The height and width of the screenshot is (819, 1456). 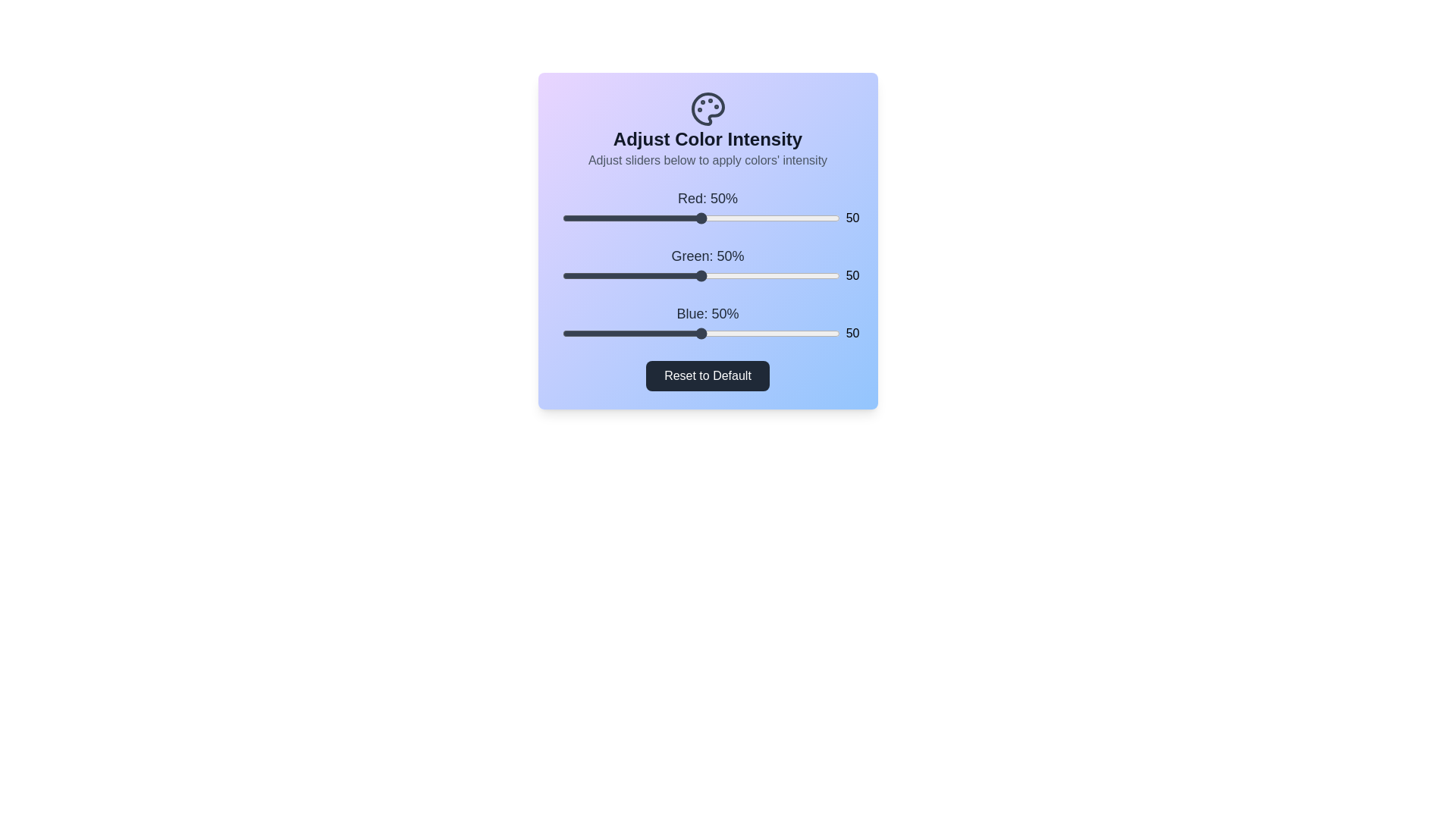 What do you see at coordinates (615, 275) in the screenshot?
I see `the 1 slider to 19%` at bounding box center [615, 275].